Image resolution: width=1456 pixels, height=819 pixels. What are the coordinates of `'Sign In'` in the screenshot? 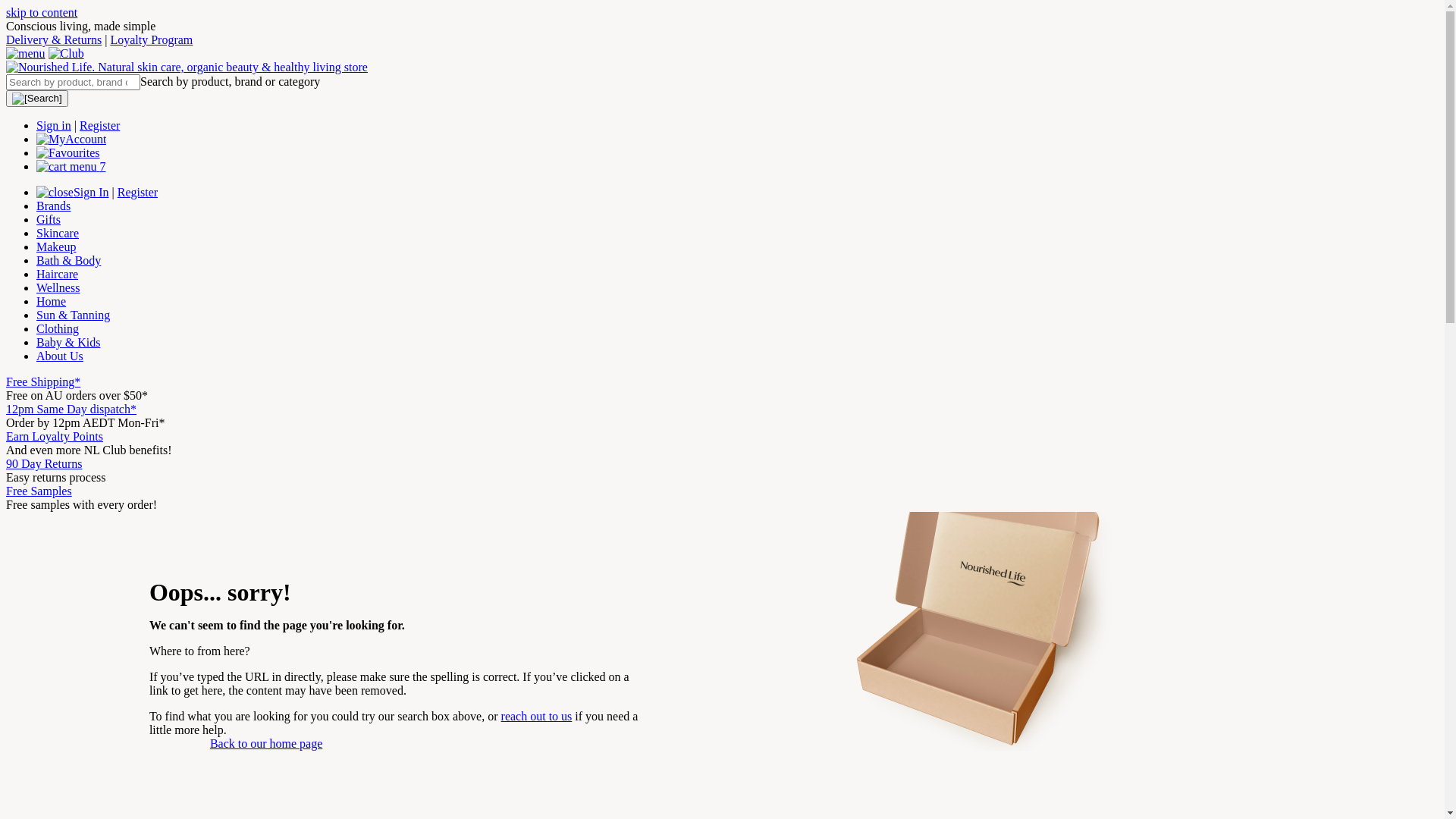 It's located at (90, 191).